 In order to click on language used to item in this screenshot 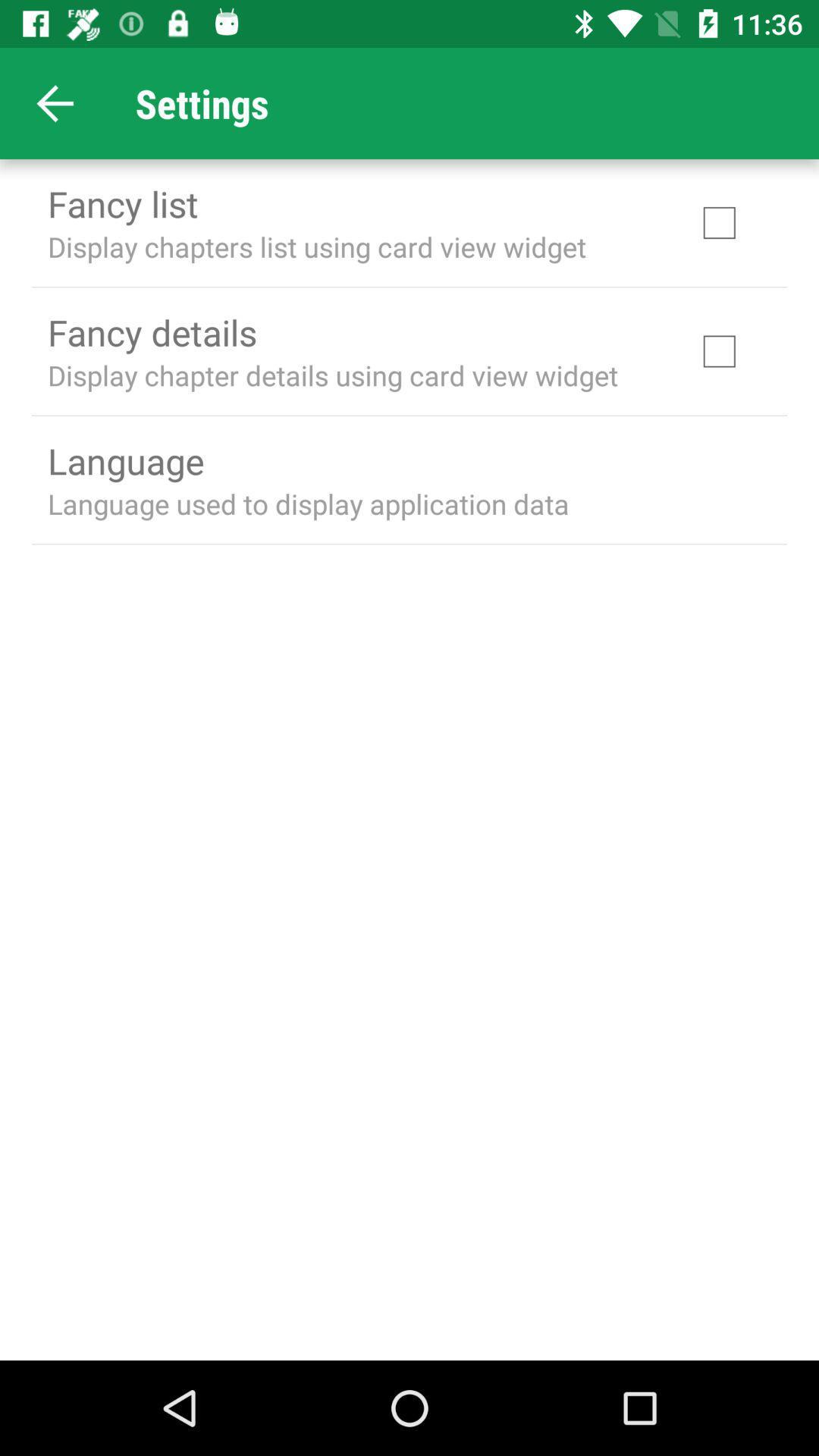, I will do `click(307, 504)`.